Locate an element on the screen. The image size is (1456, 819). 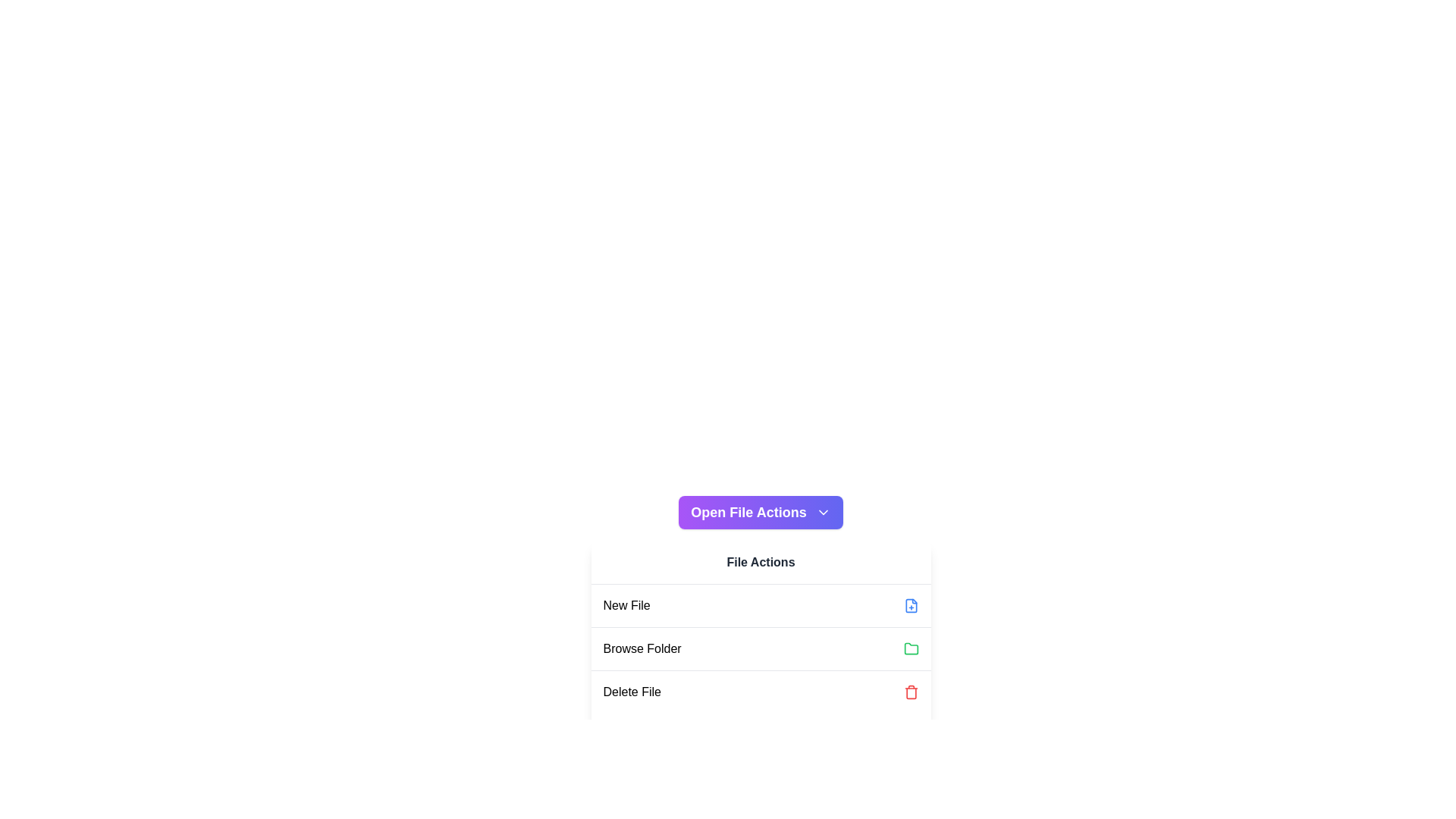
the 'Browse Folder' label which is the second item in the 'File Actions' menu, styled in bold black font and located between 'New File' and 'Delete File' is located at coordinates (642, 648).